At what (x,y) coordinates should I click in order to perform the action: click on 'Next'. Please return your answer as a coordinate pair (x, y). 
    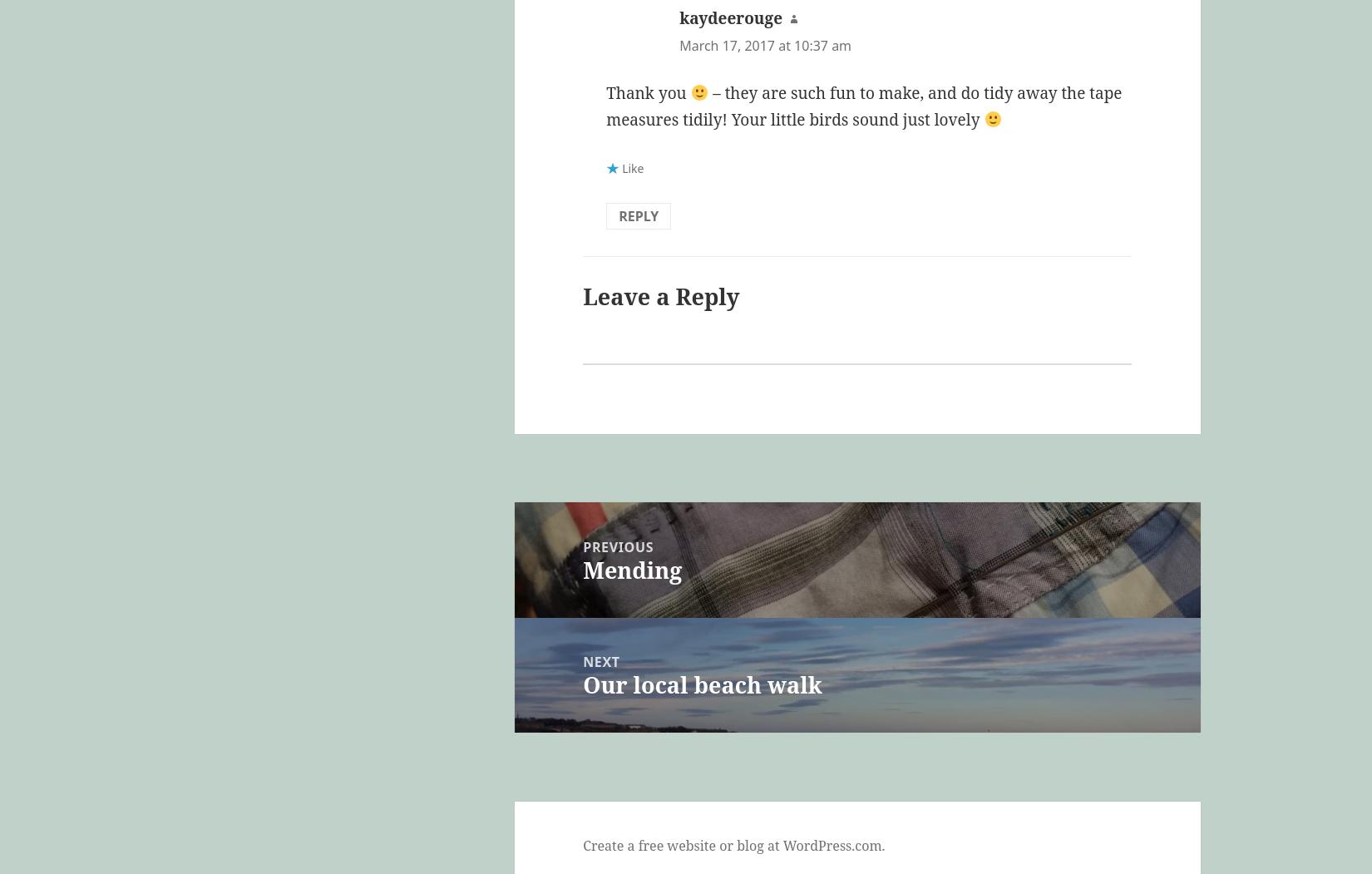
    Looking at the image, I should click on (600, 661).